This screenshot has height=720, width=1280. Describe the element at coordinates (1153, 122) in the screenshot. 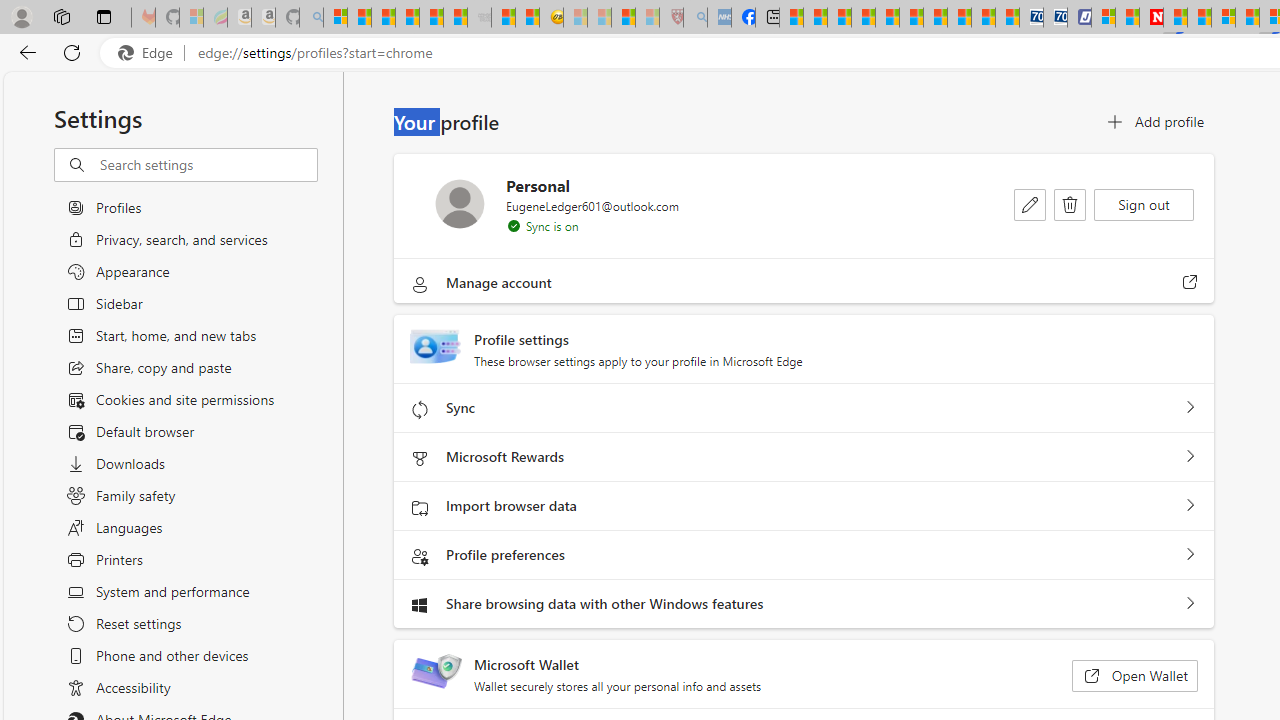

I see `'Add profile'` at that location.